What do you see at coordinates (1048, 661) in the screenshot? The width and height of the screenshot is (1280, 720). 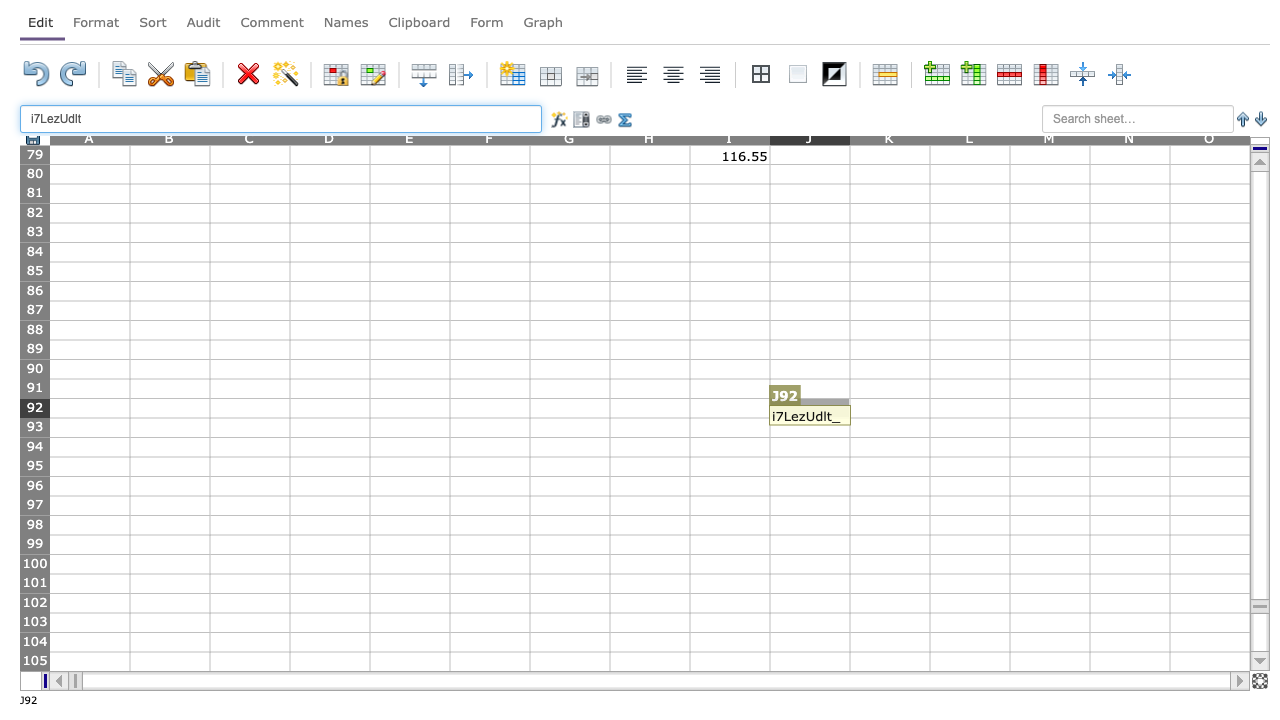 I see `column M row 105` at bounding box center [1048, 661].